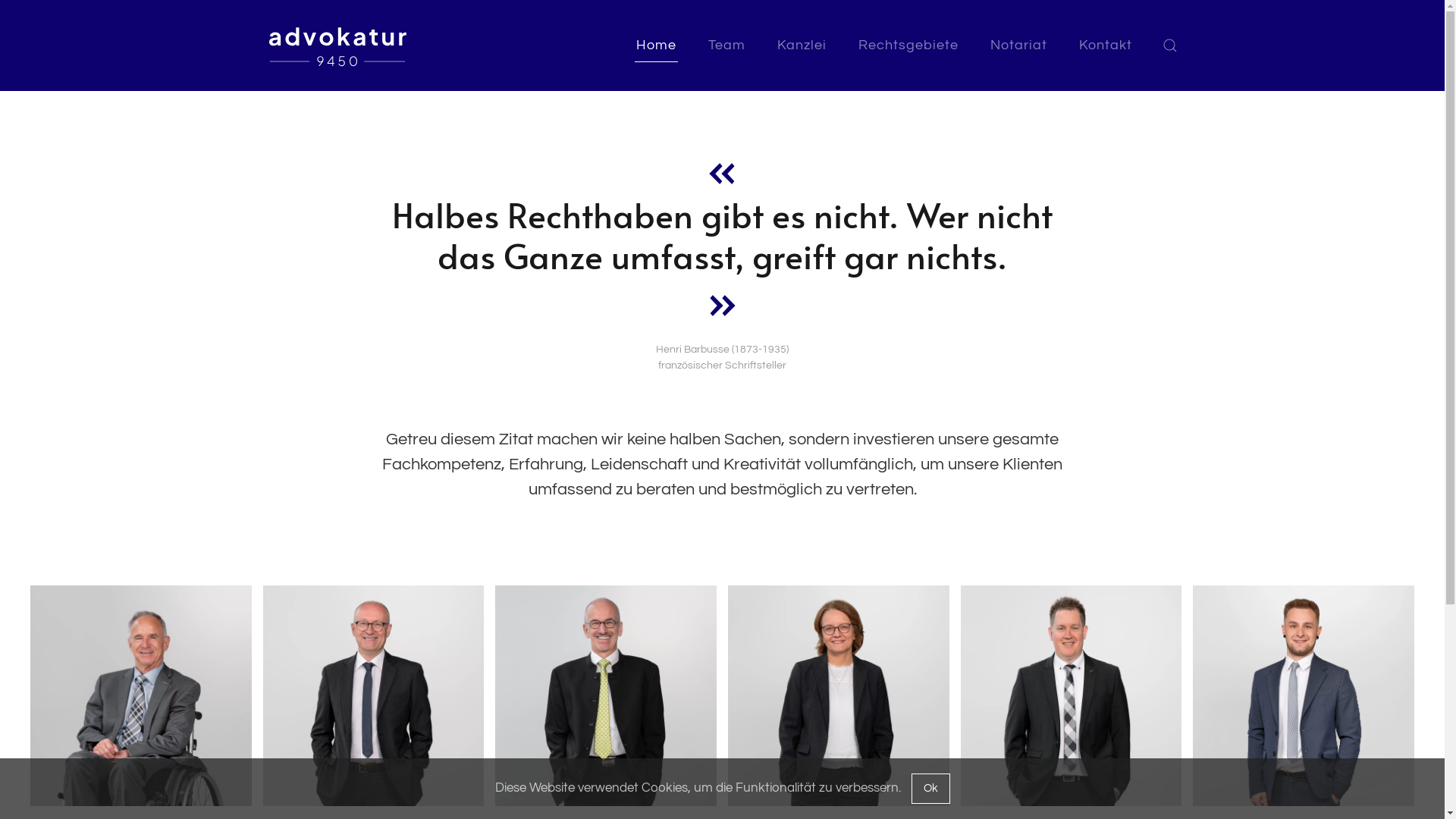  Describe the element at coordinates (726, 45) in the screenshot. I see `'Team'` at that location.